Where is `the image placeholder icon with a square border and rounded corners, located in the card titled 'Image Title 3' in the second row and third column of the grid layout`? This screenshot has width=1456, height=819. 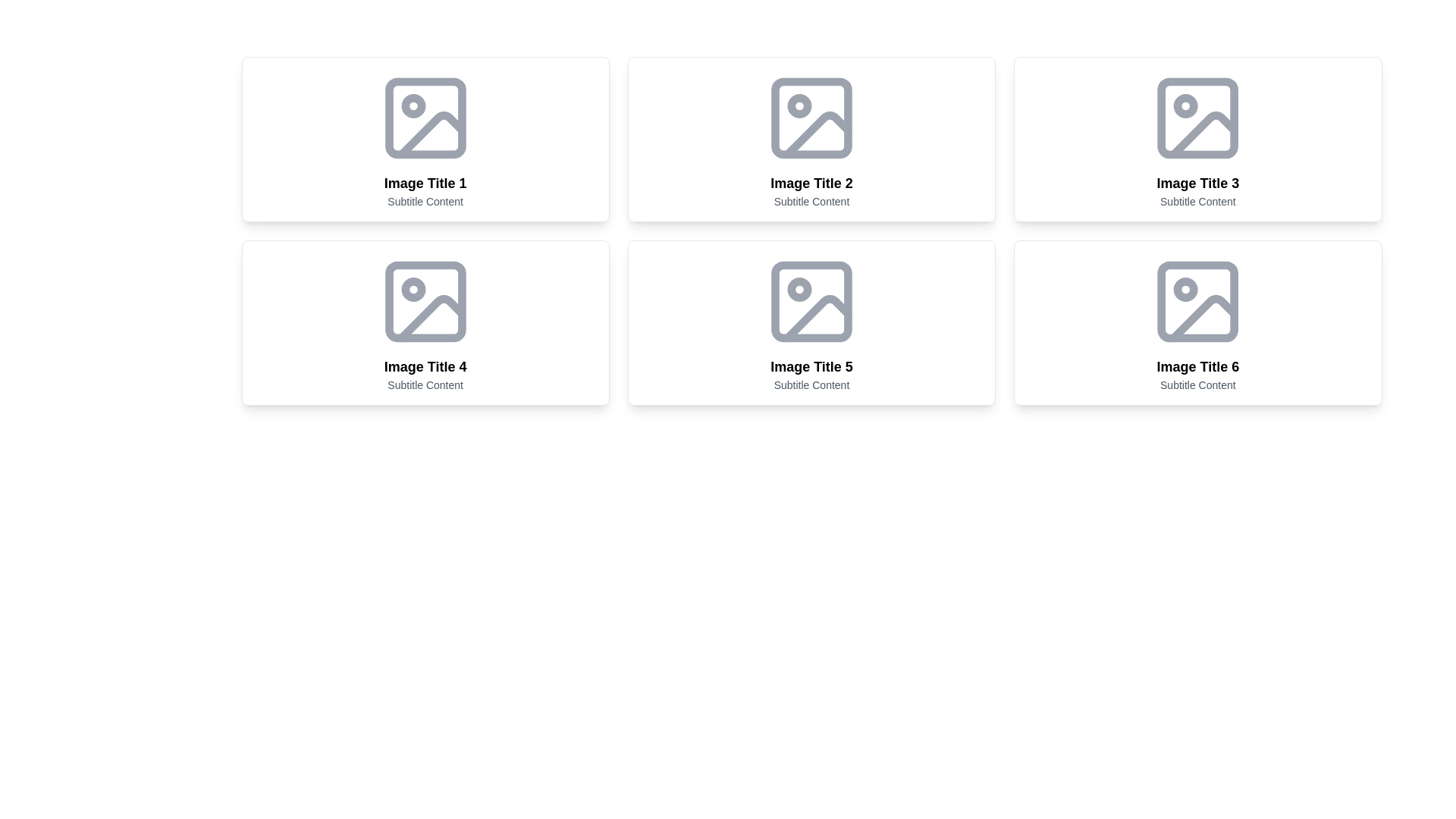 the image placeholder icon with a square border and rounded corners, located in the card titled 'Image Title 3' in the second row and third column of the grid layout is located at coordinates (1197, 117).